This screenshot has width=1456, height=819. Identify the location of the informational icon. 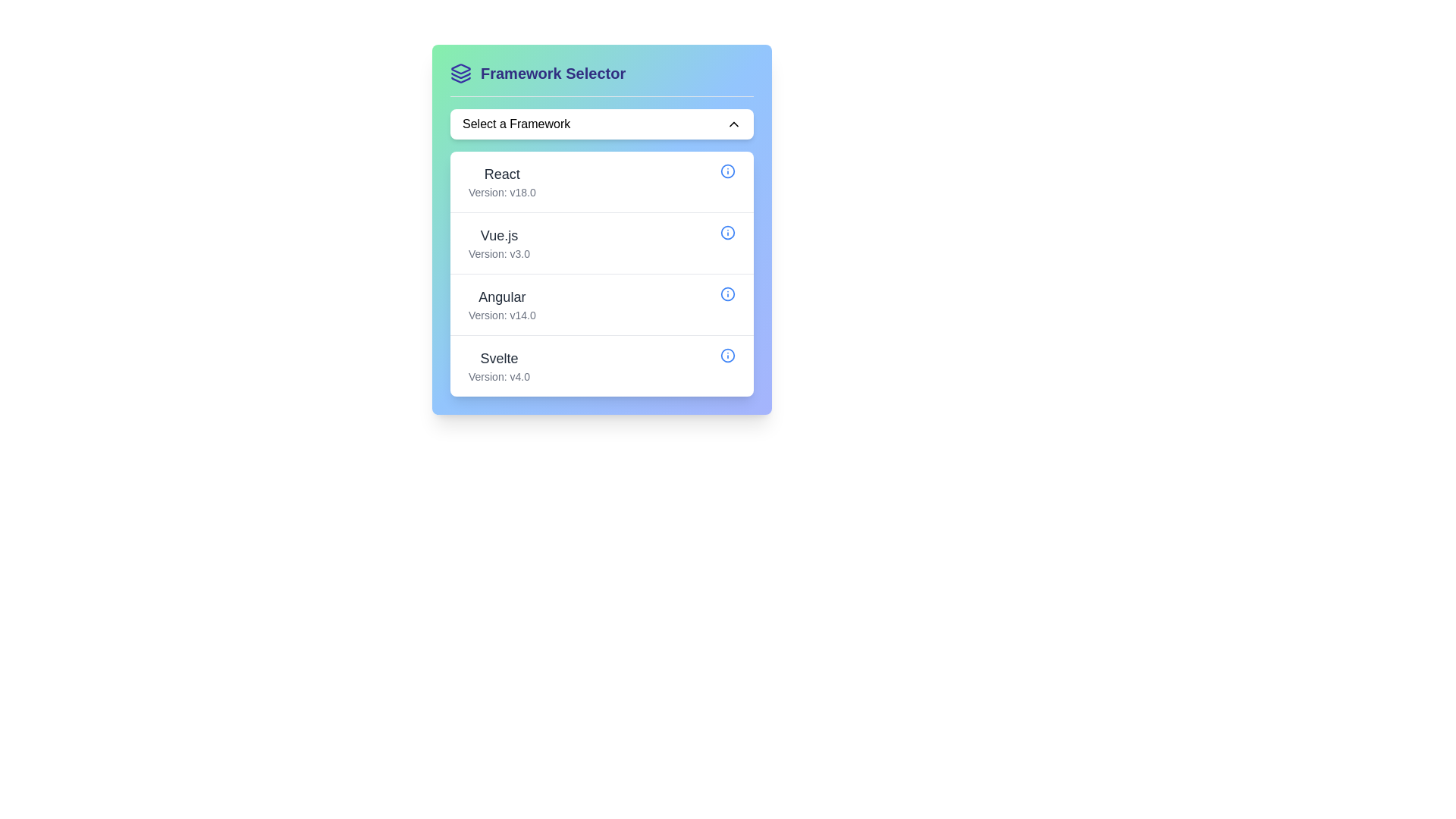
(728, 356).